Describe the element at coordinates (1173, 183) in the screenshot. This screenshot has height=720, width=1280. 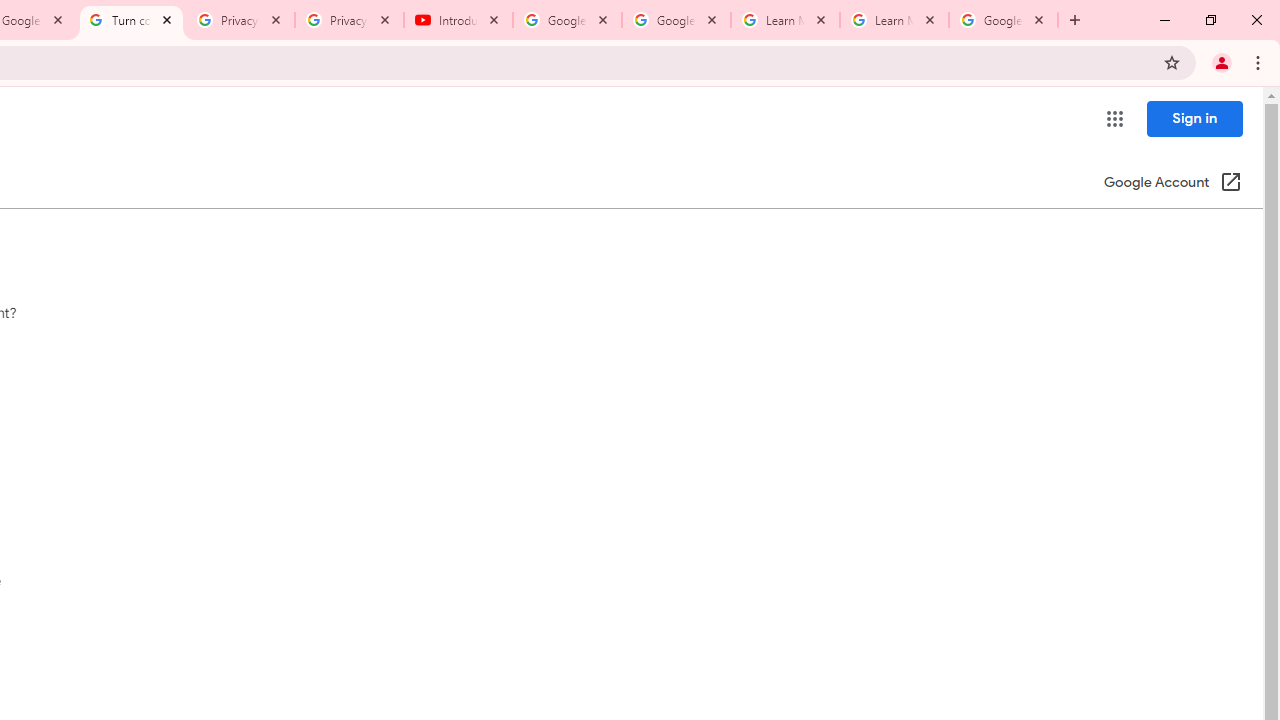
I see `'Google Account (Open in a new window)'` at that location.